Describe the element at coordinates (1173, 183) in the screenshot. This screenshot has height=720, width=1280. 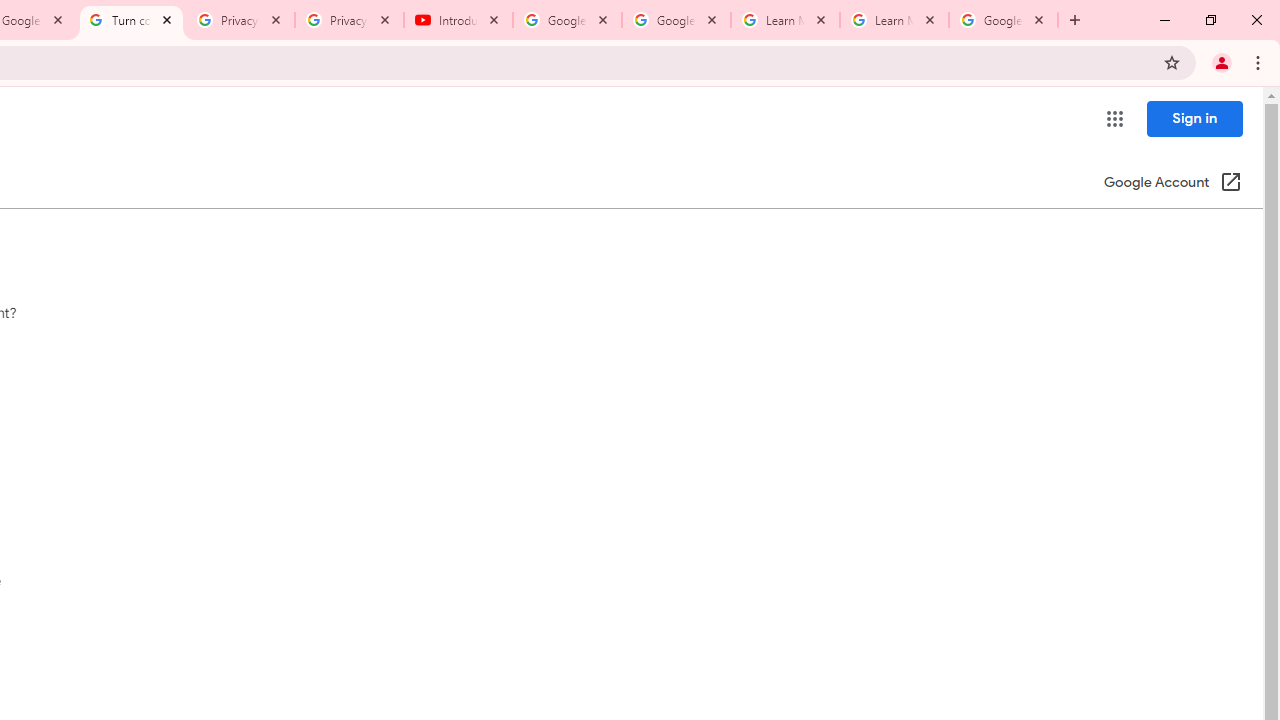
I see `'Google Account (Open in a new window)'` at that location.